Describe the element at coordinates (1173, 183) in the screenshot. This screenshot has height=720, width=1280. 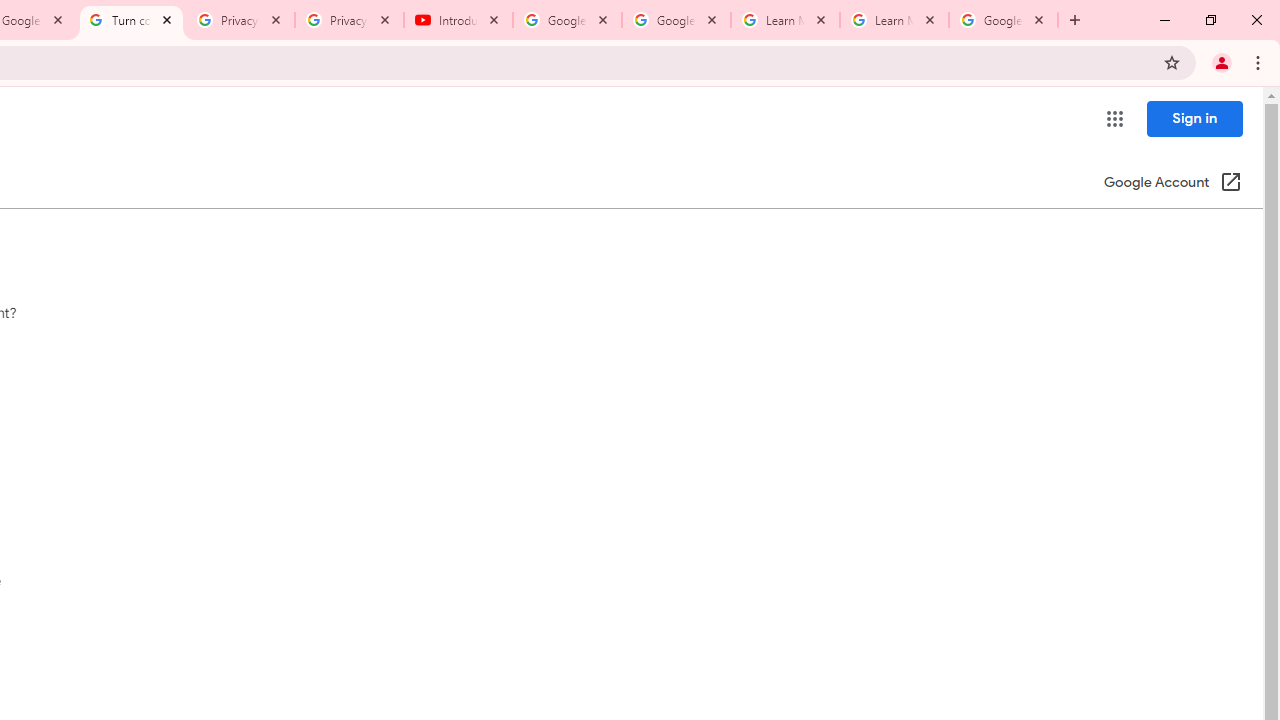
I see `'Google Account (Open in a new window)'` at that location.